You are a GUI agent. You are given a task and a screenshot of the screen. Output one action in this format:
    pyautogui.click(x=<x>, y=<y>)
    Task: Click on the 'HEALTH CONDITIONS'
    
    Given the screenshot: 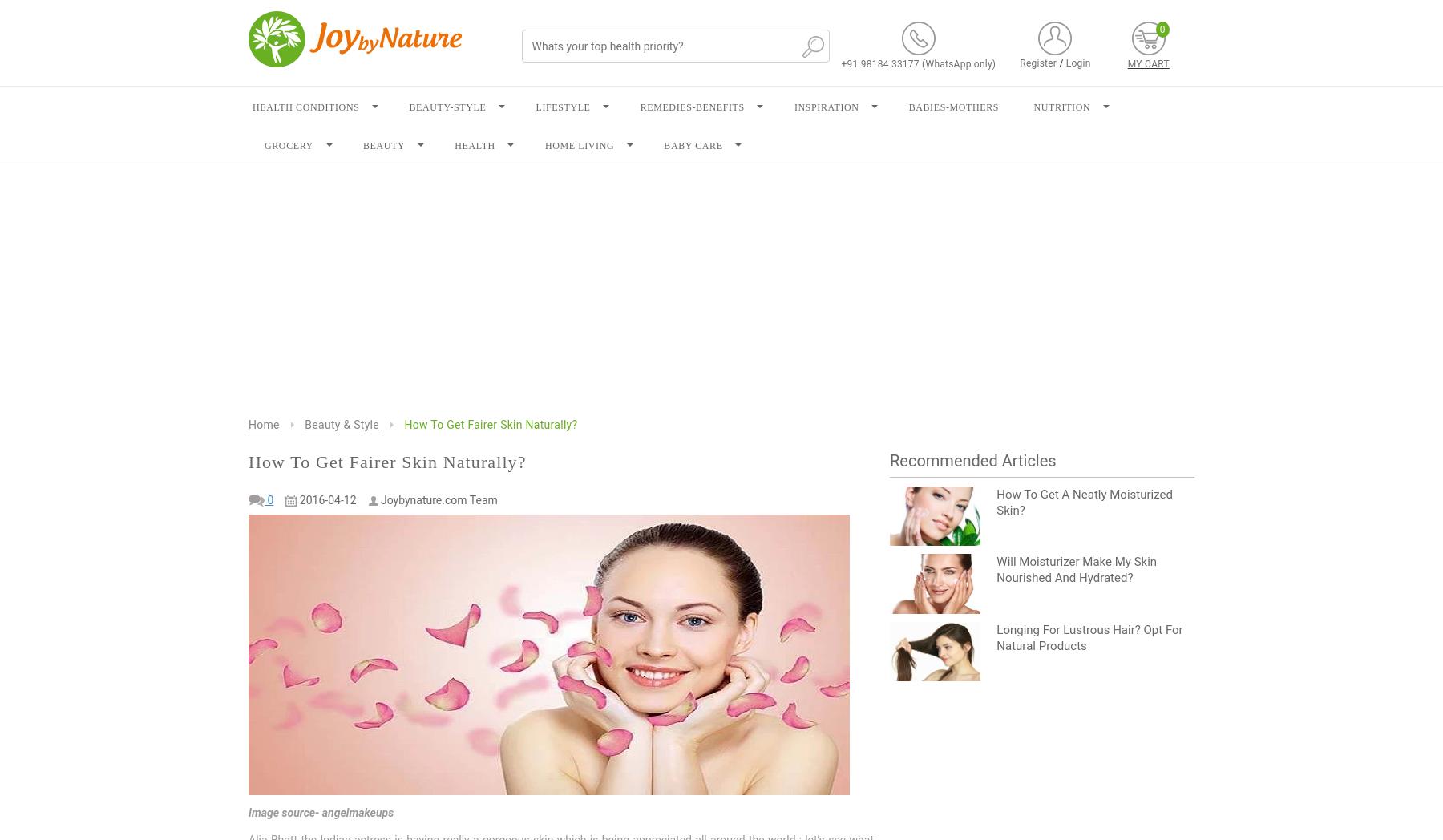 What is the action you would take?
    pyautogui.click(x=305, y=107)
    